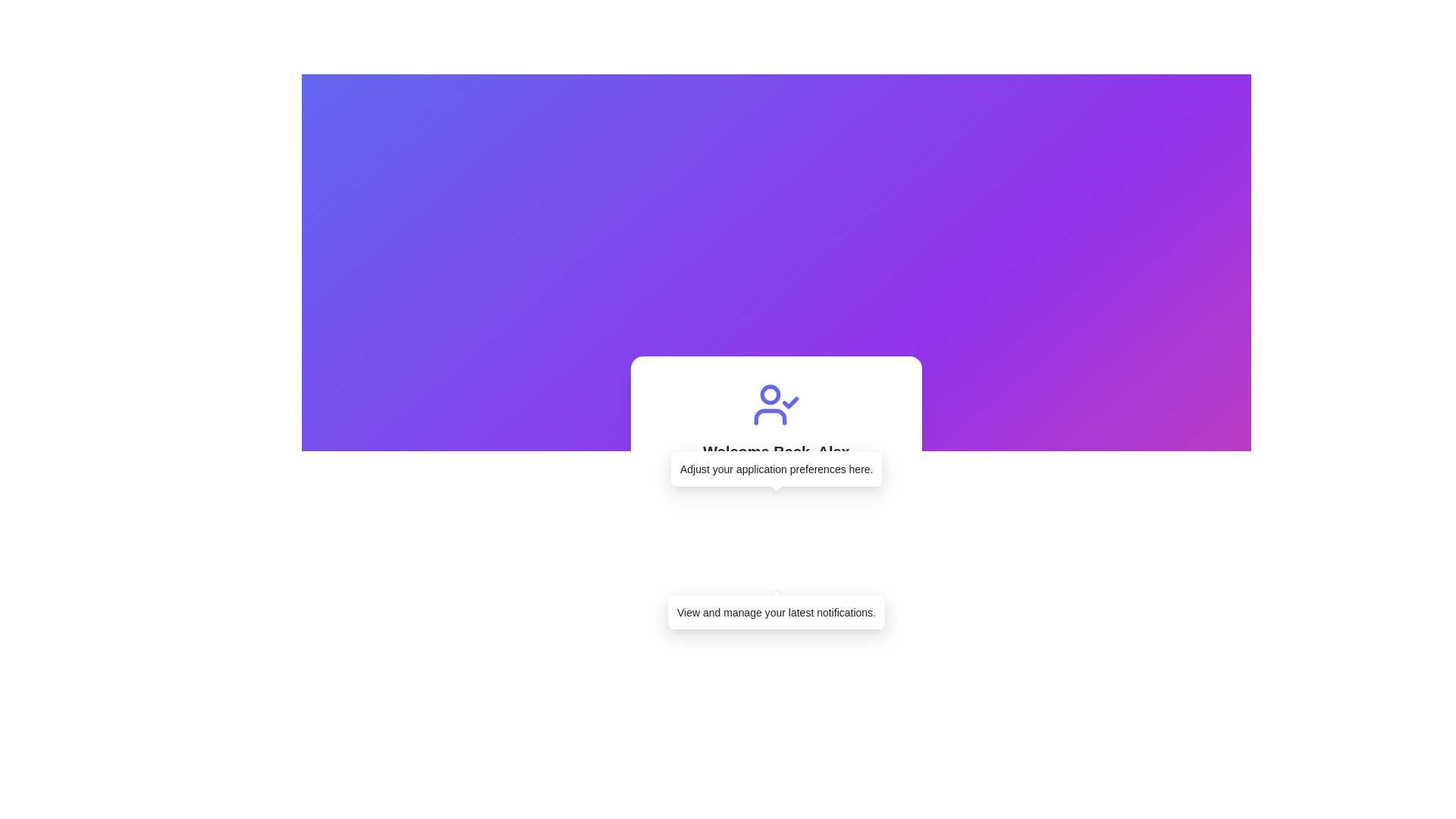 The image size is (1456, 819). I want to click on text content of the text label that displays 'Welcome Back, Alex,' which is a bold and large heading positioned below a person icon and above a smaller text block, so click(776, 451).